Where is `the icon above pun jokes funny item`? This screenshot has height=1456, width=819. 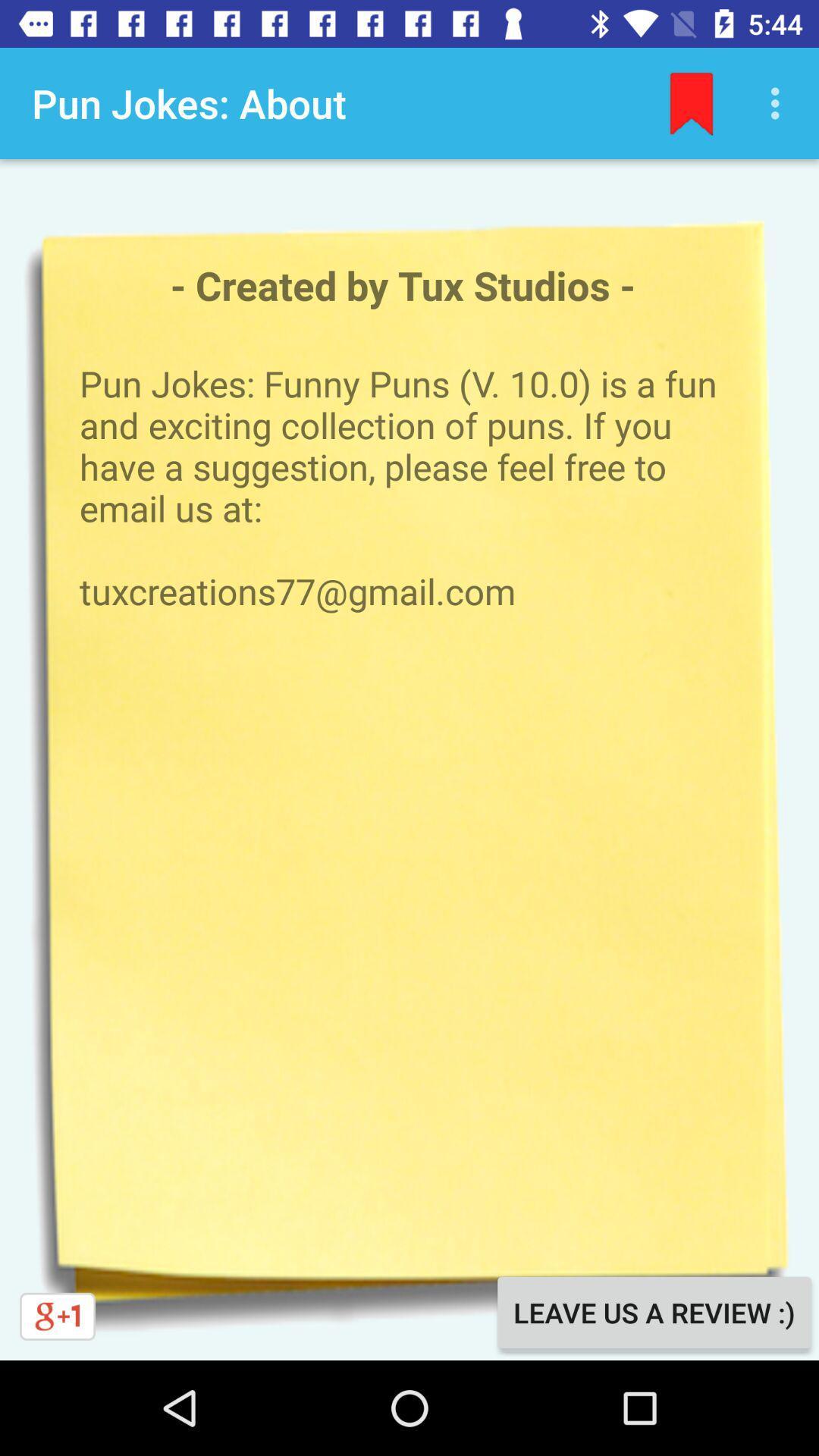
the icon above pun jokes funny item is located at coordinates (779, 102).